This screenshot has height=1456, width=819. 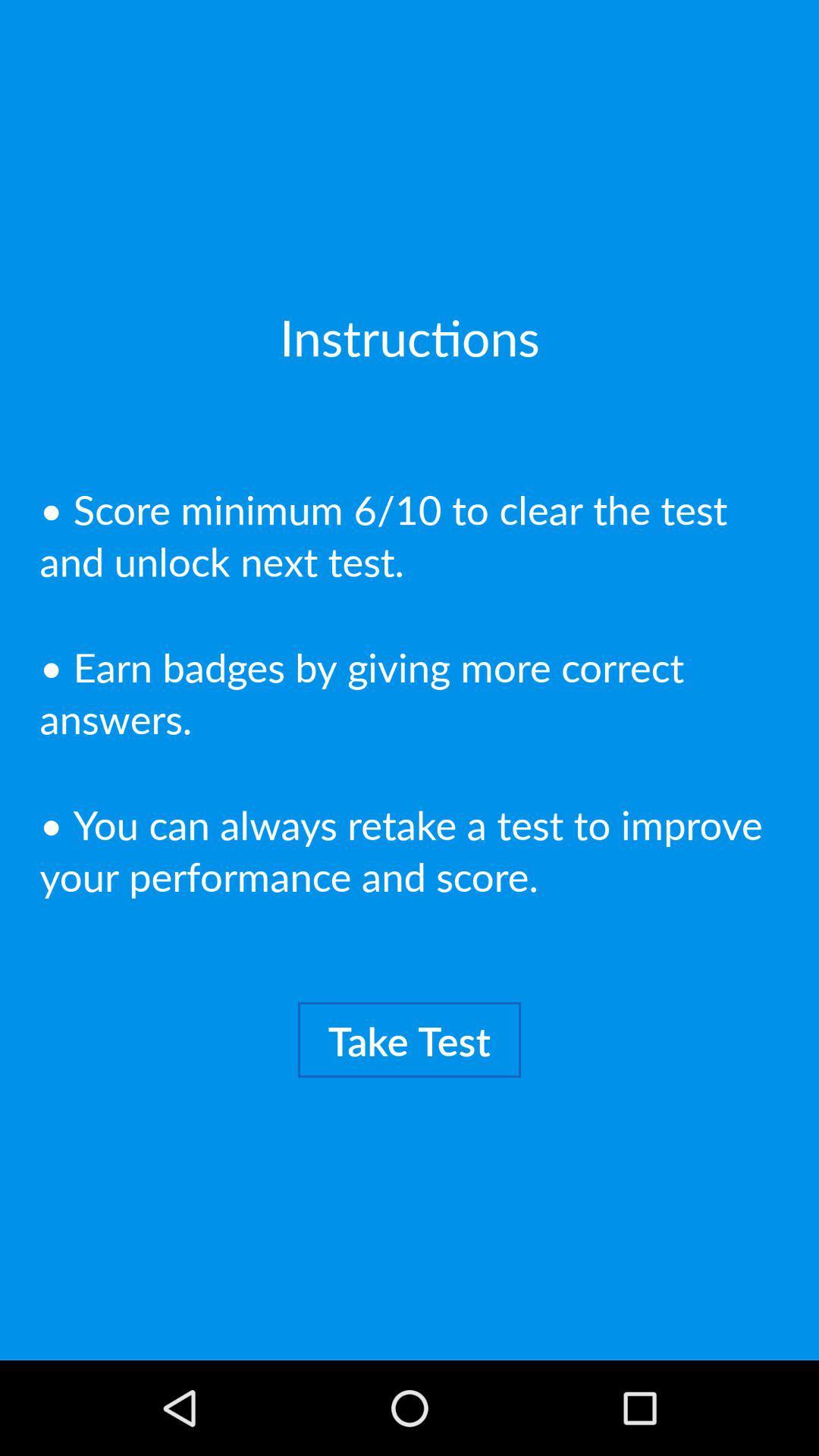 I want to click on the icon at the bottom, so click(x=409, y=1039).